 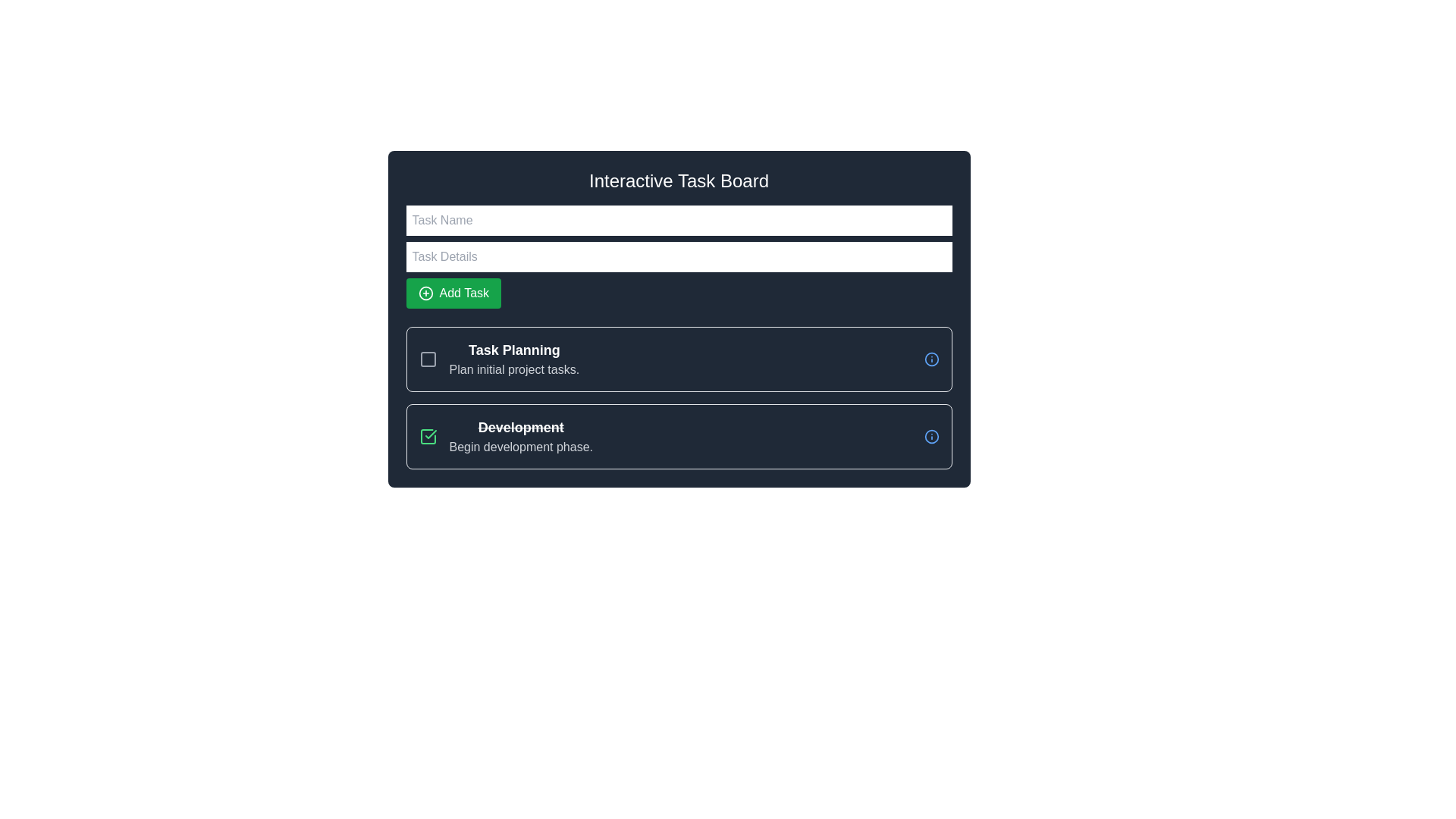 I want to click on the circular interactive button with a blue outline, located at the right edge of the 'Task Planning' task box, so click(x=930, y=359).